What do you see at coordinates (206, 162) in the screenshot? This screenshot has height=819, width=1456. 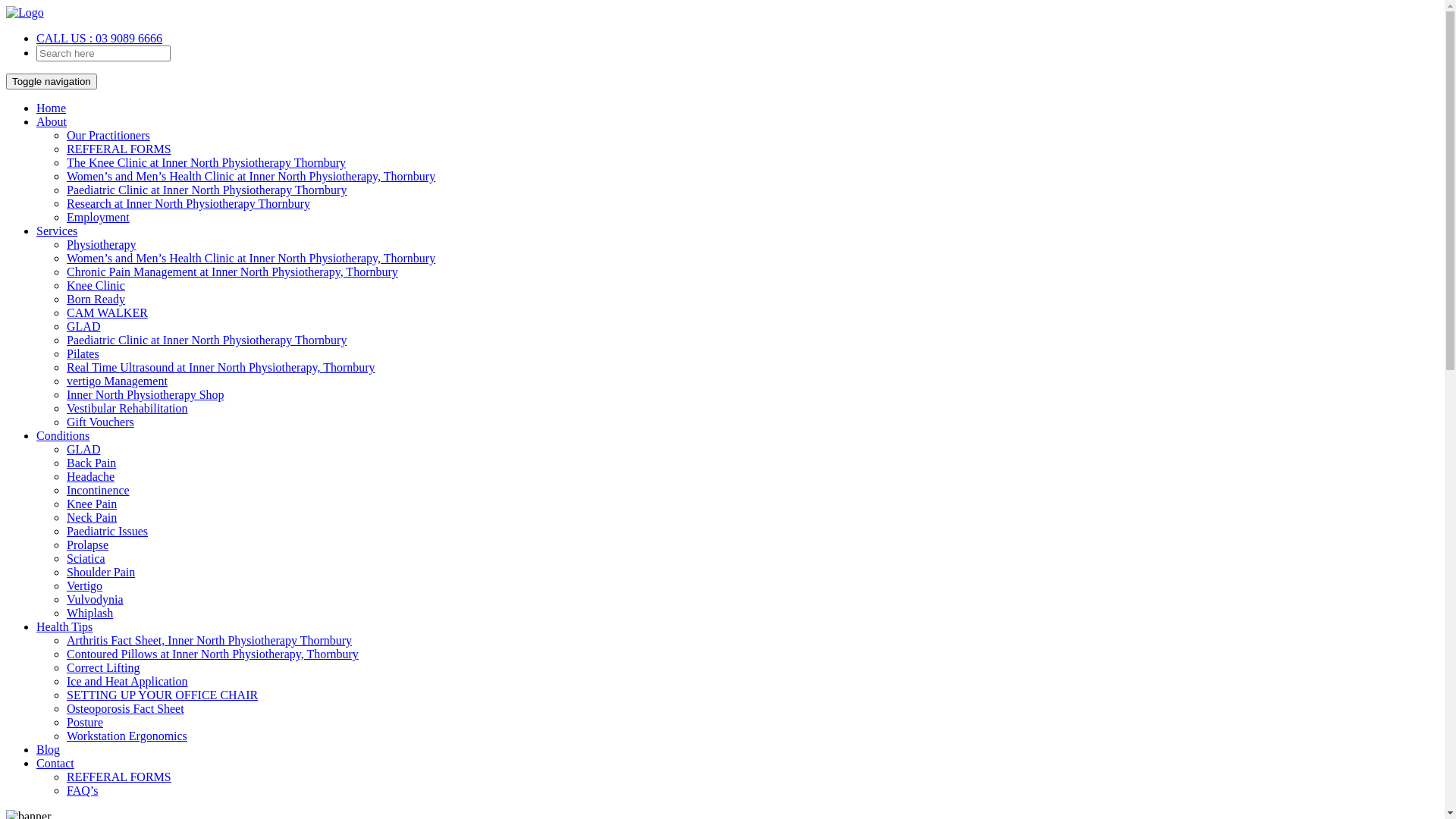 I see `'The Knee Clinic at Inner North Physiotherapy Thornbury'` at bounding box center [206, 162].